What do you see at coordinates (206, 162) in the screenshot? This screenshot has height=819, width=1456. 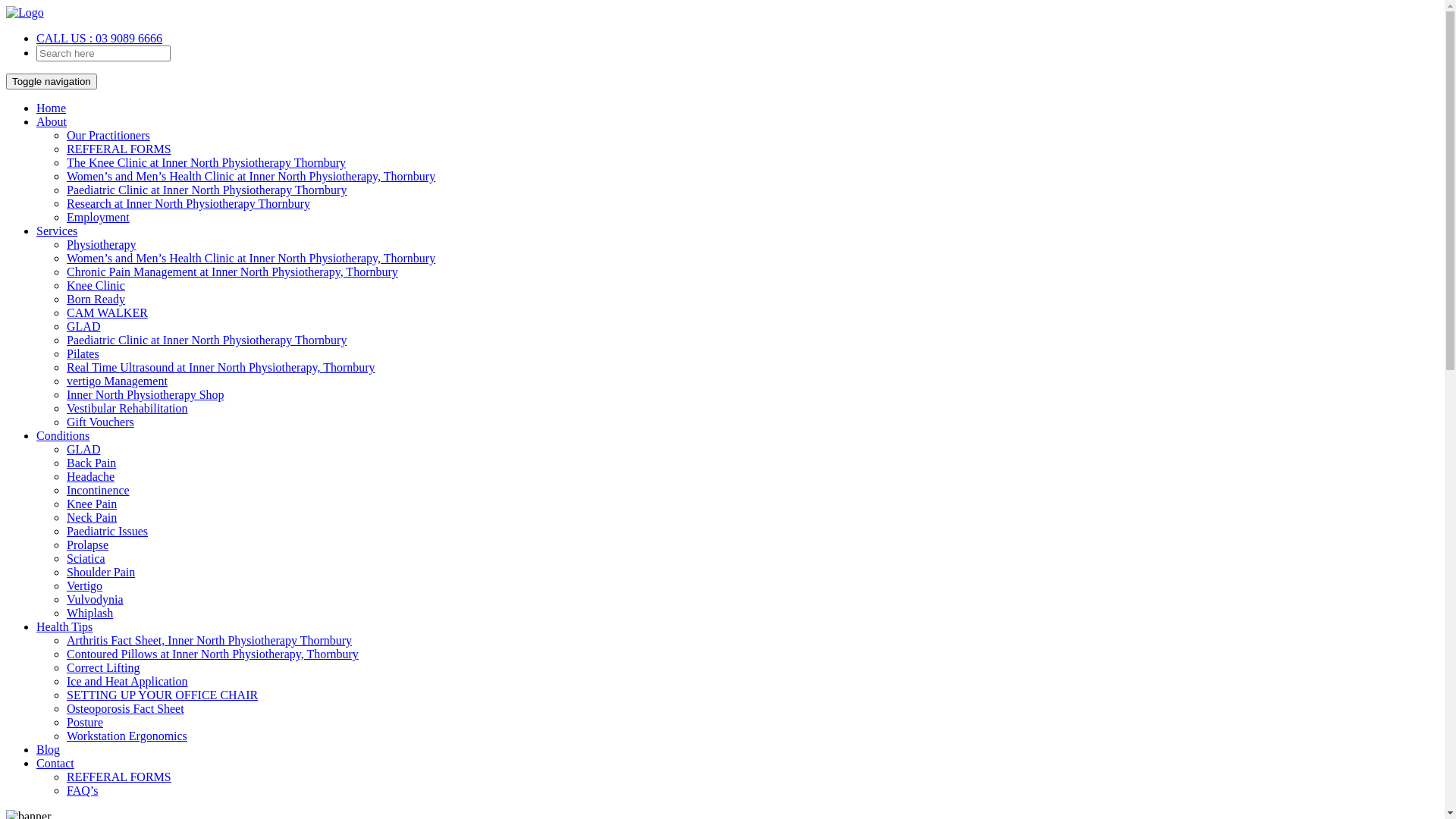 I see `'The Knee Clinic at Inner North Physiotherapy Thornbury'` at bounding box center [206, 162].